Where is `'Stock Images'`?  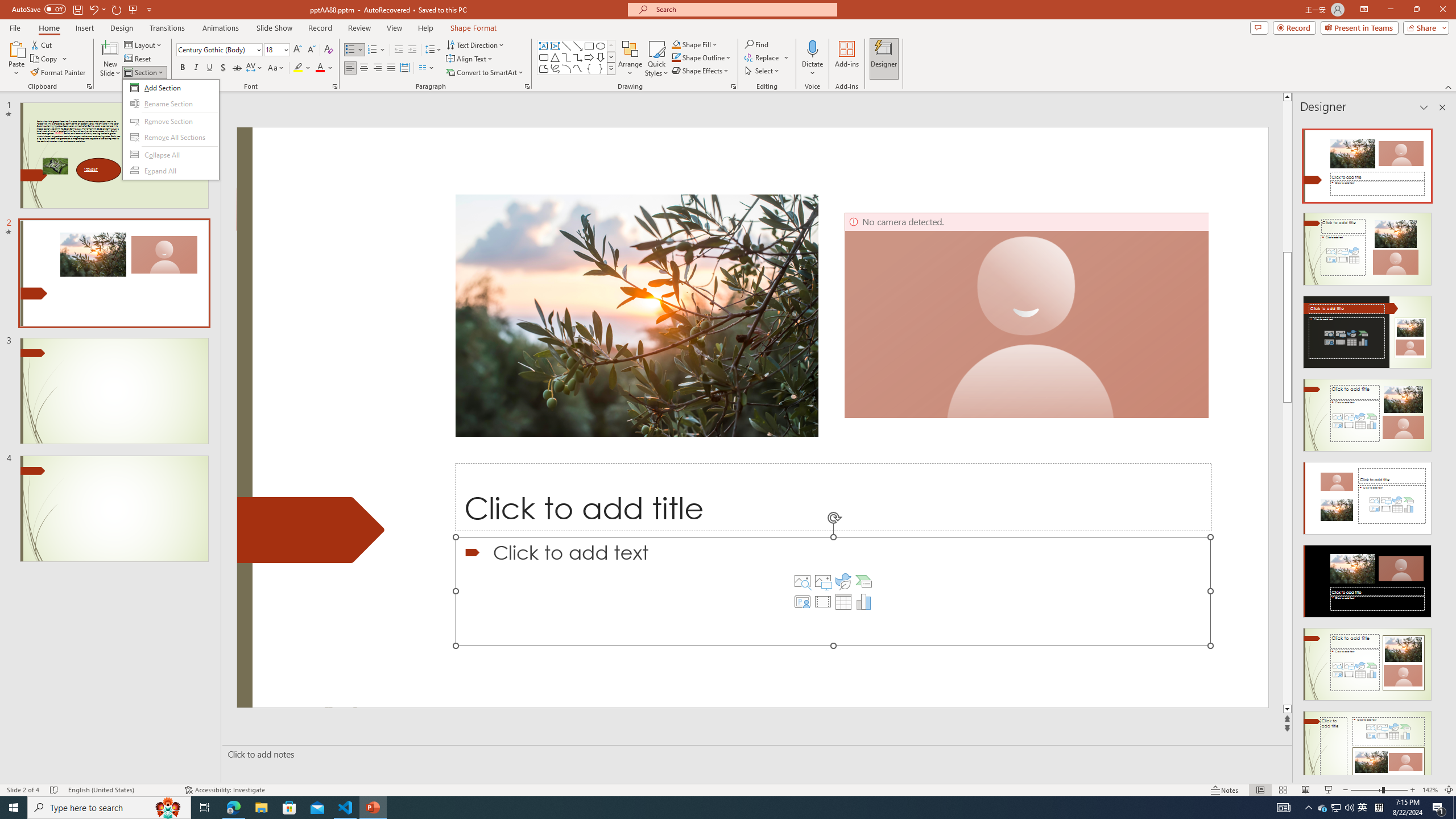
'Stock Images' is located at coordinates (802, 581).